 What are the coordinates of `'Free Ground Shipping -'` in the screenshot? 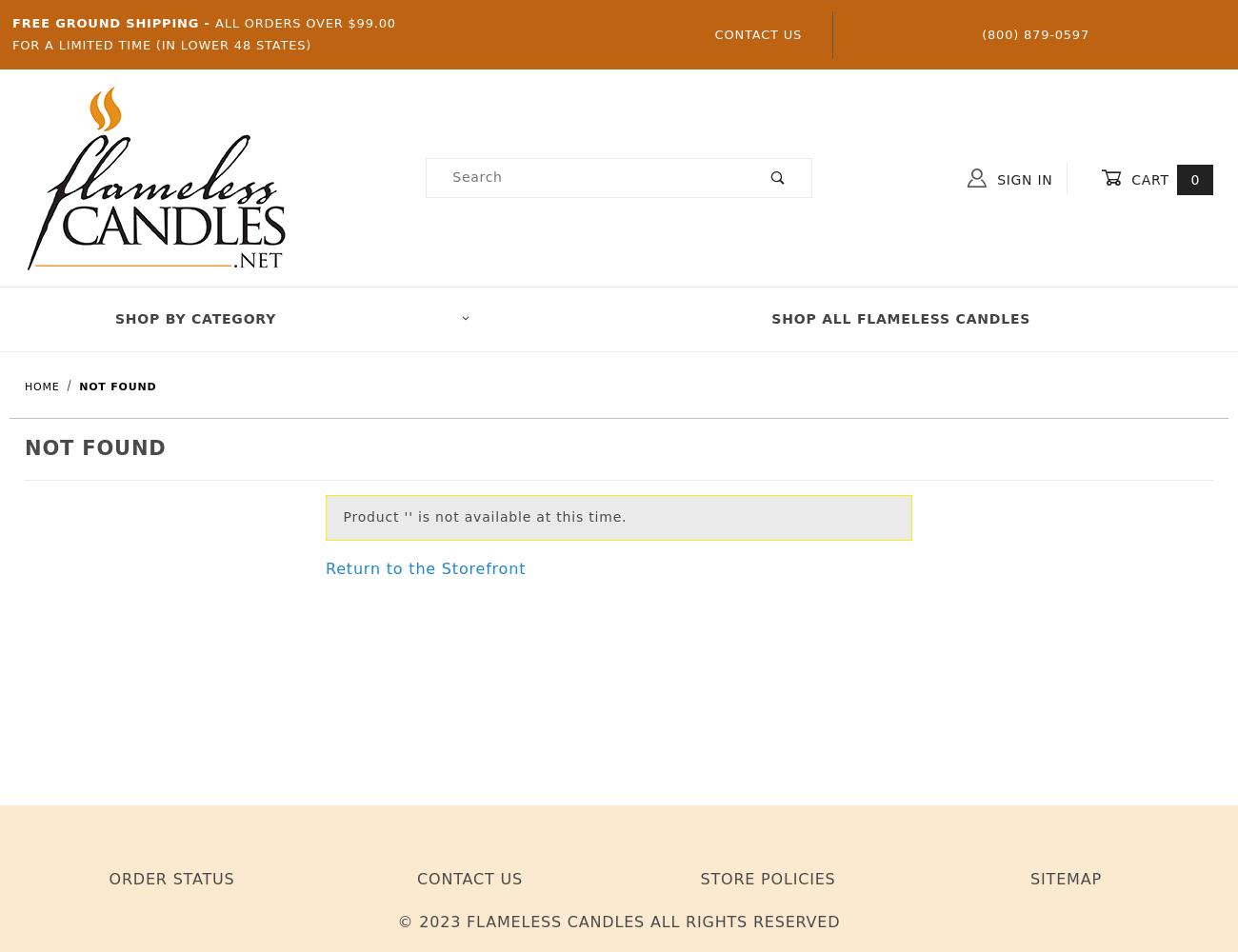 It's located at (112, 23).